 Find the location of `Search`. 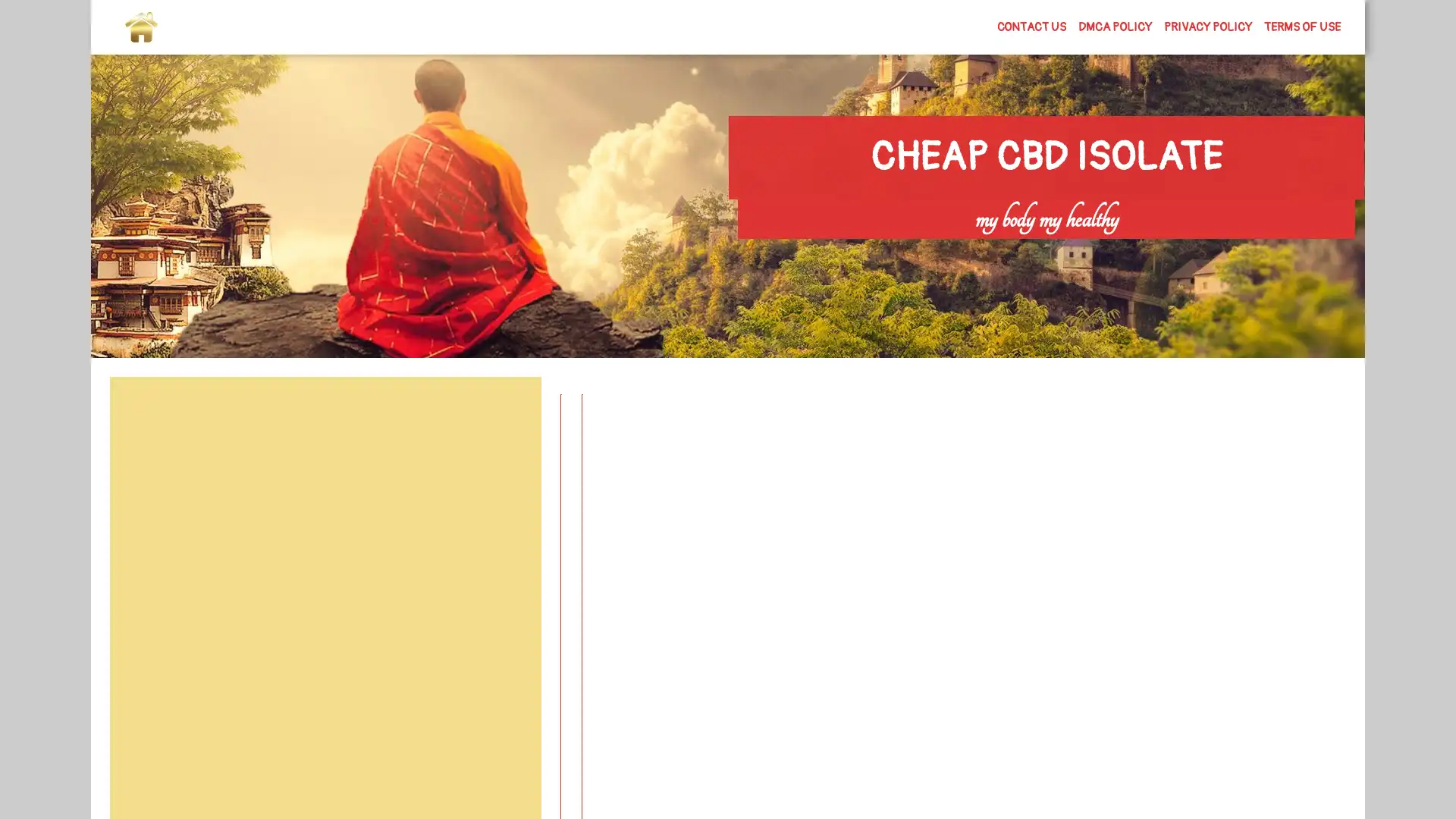

Search is located at coordinates (506, 413).